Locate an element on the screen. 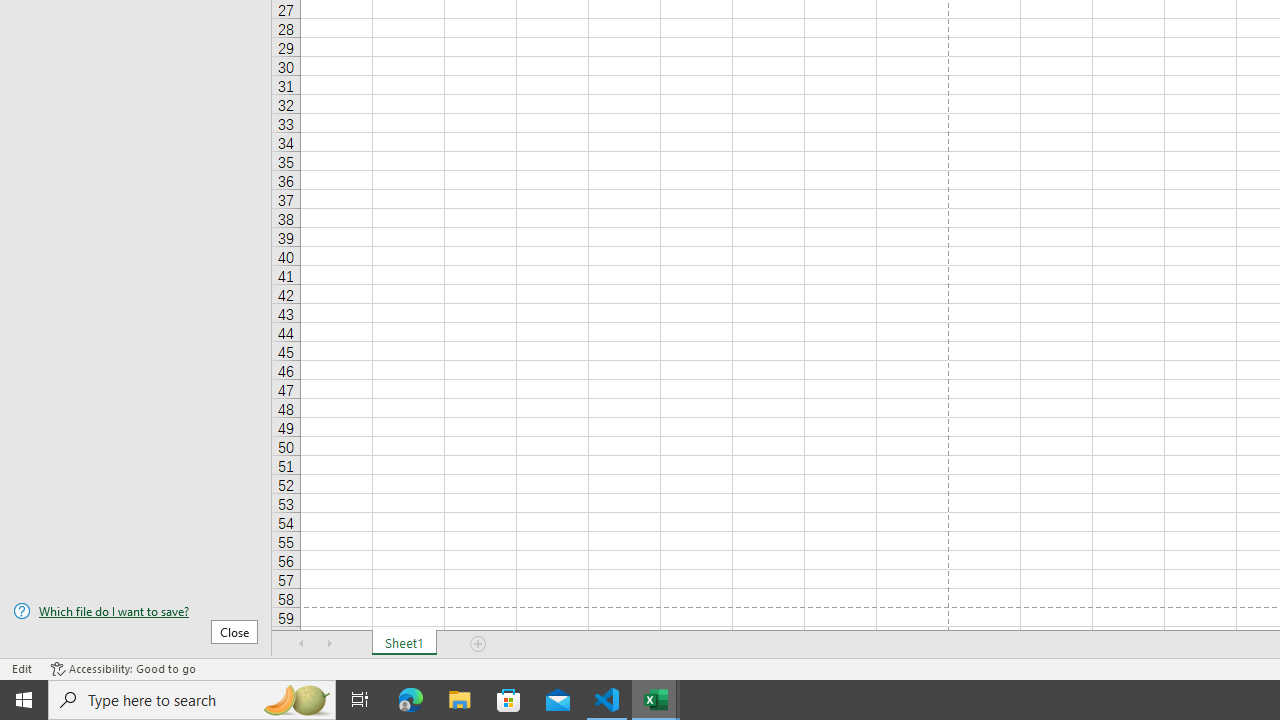 The image size is (1280, 720). 'Accessibility Checker Accessibility: Good to go' is located at coordinates (122, 669).